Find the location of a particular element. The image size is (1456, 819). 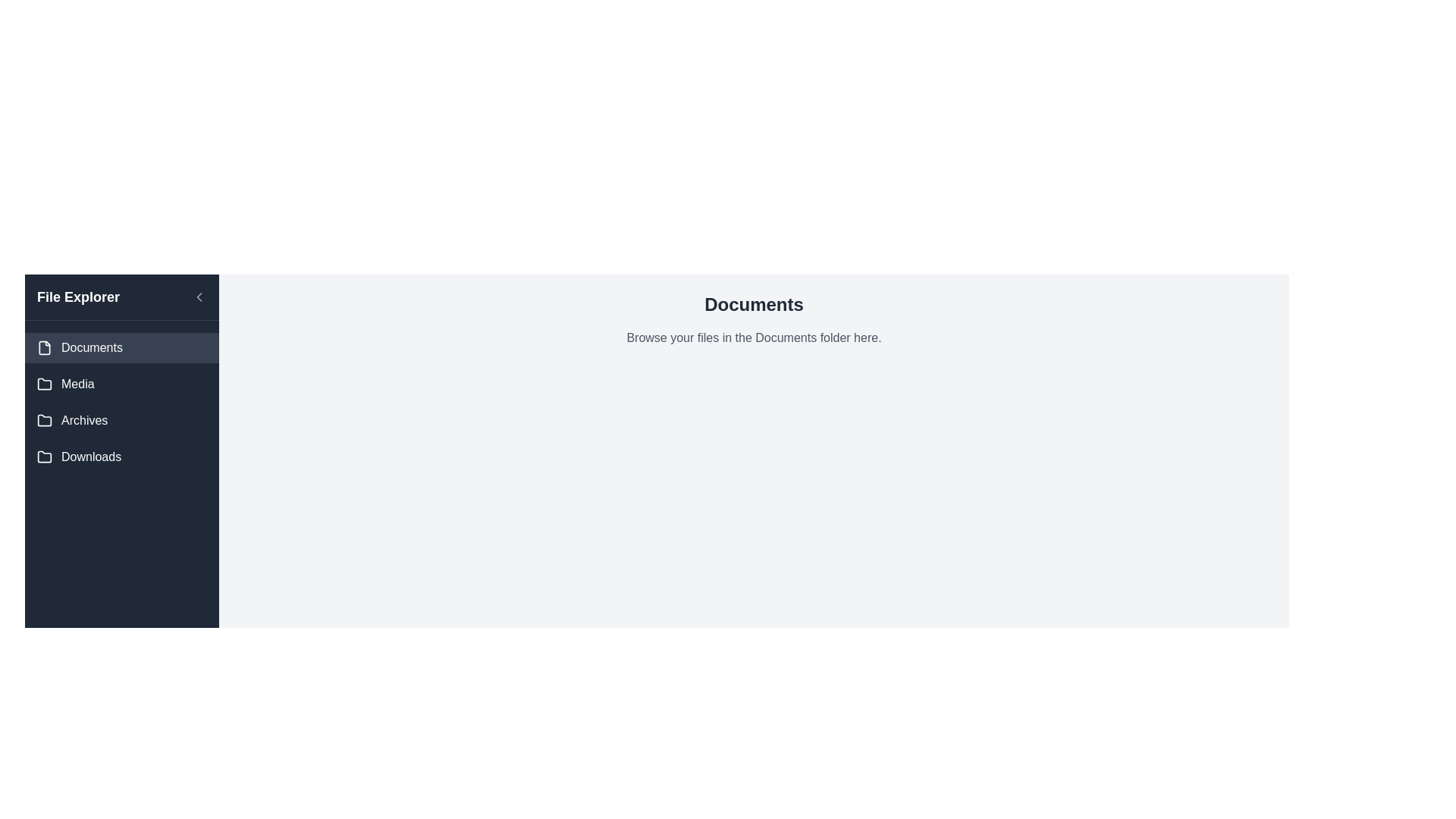

the 'Media' button in the 'File Explorer' sidebar is located at coordinates (122, 402).